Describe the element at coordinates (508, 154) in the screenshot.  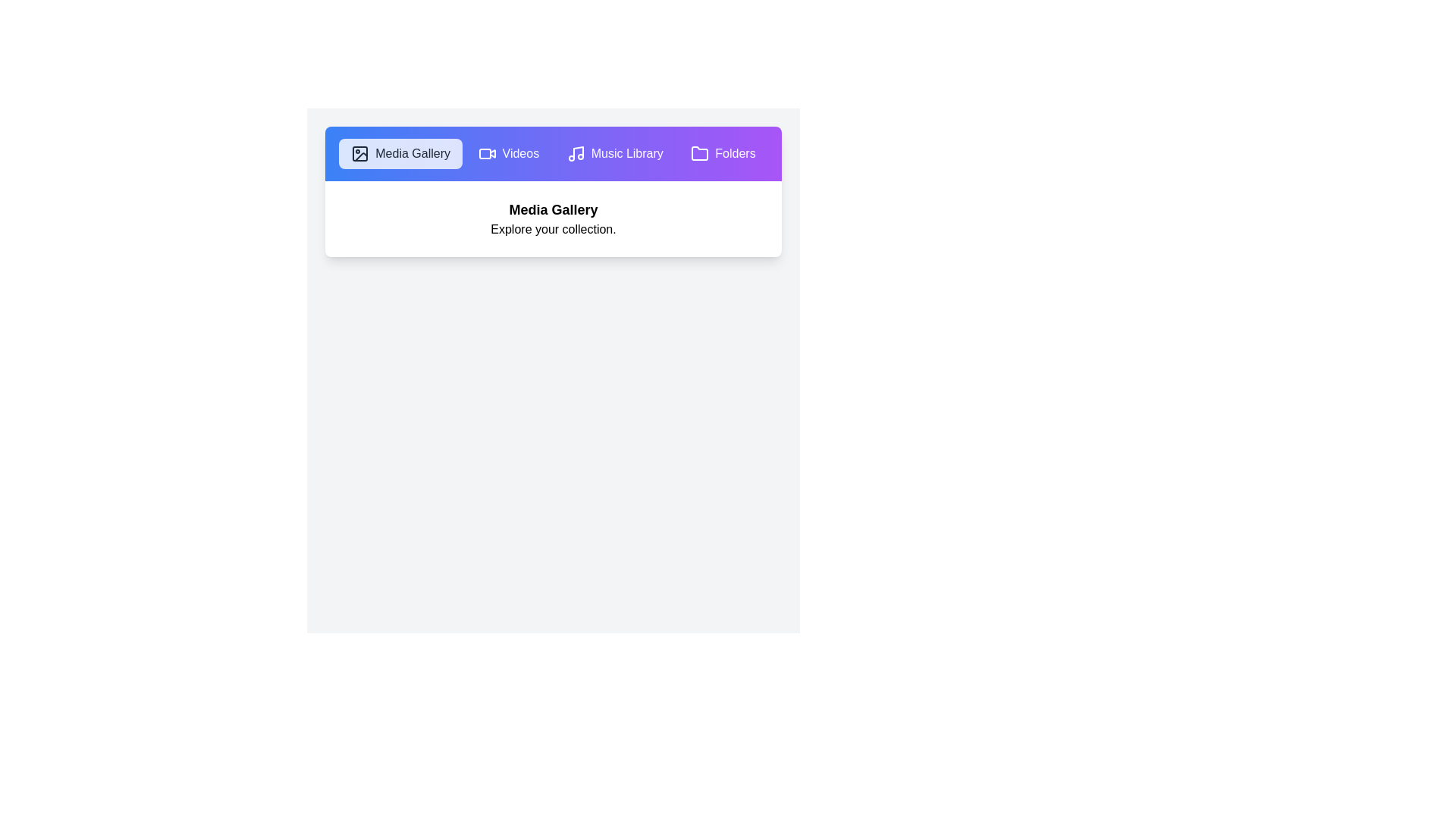
I see `the 'Videos' button, which has a text label 'Videos' with a video icon on its left, located in the header section of the interface` at that location.